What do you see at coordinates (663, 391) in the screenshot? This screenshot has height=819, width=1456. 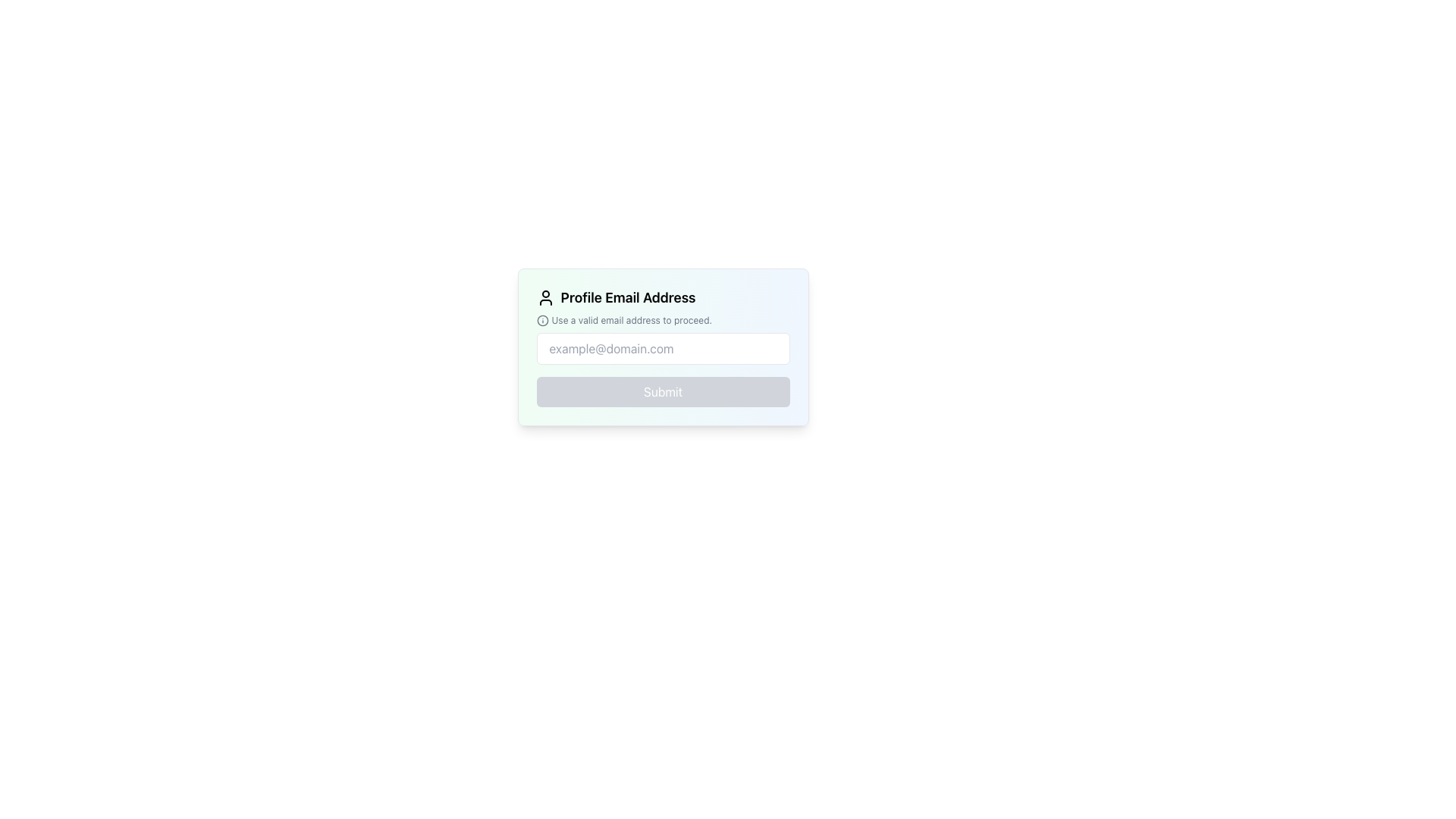 I see `the 'Submit' button with a blue background and white text located at the bottom of the 'Profile Email Address' card` at bounding box center [663, 391].